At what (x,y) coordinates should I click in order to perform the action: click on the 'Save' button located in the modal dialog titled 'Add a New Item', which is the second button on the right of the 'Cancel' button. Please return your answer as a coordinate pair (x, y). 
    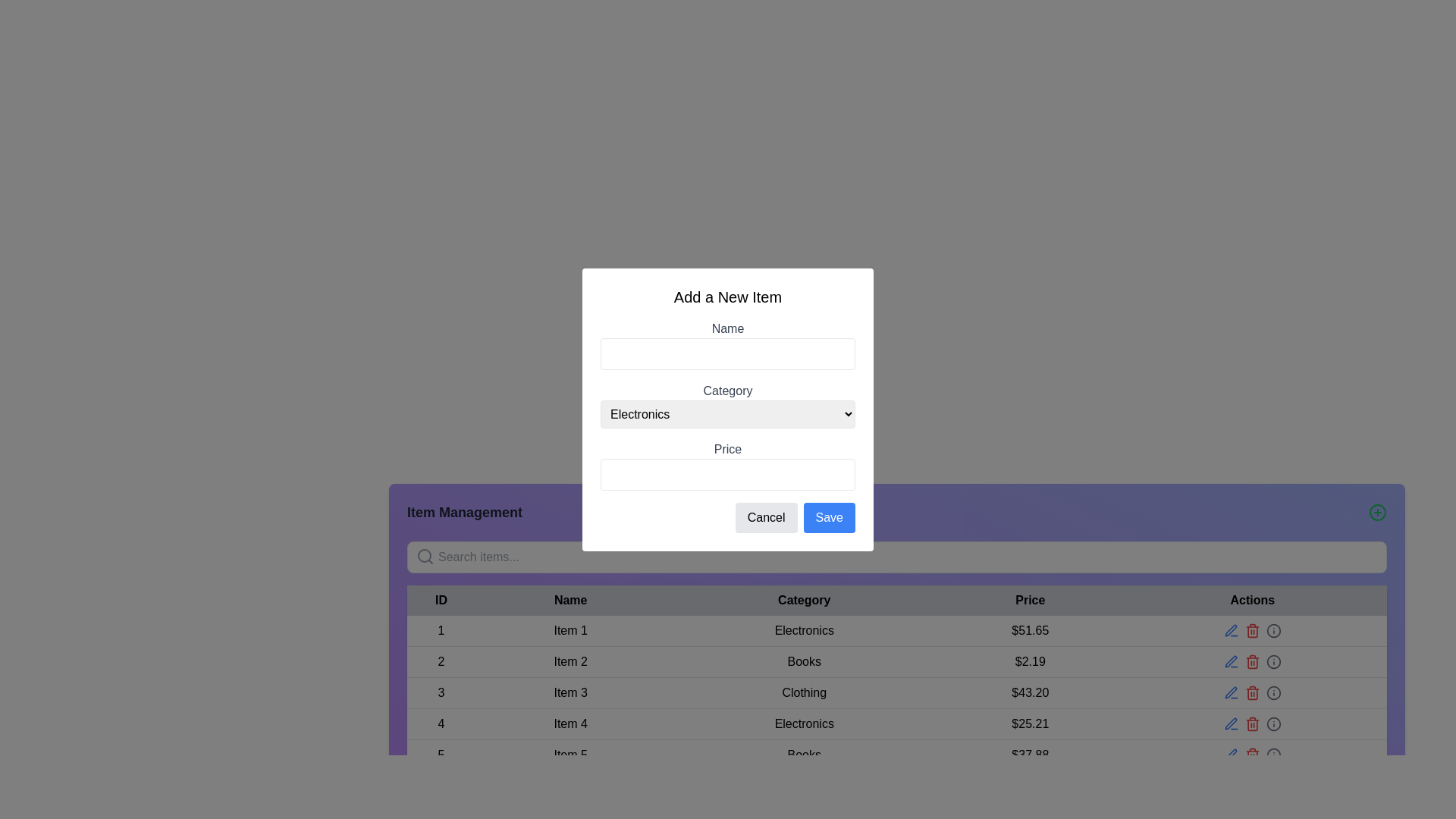
    Looking at the image, I should click on (828, 516).